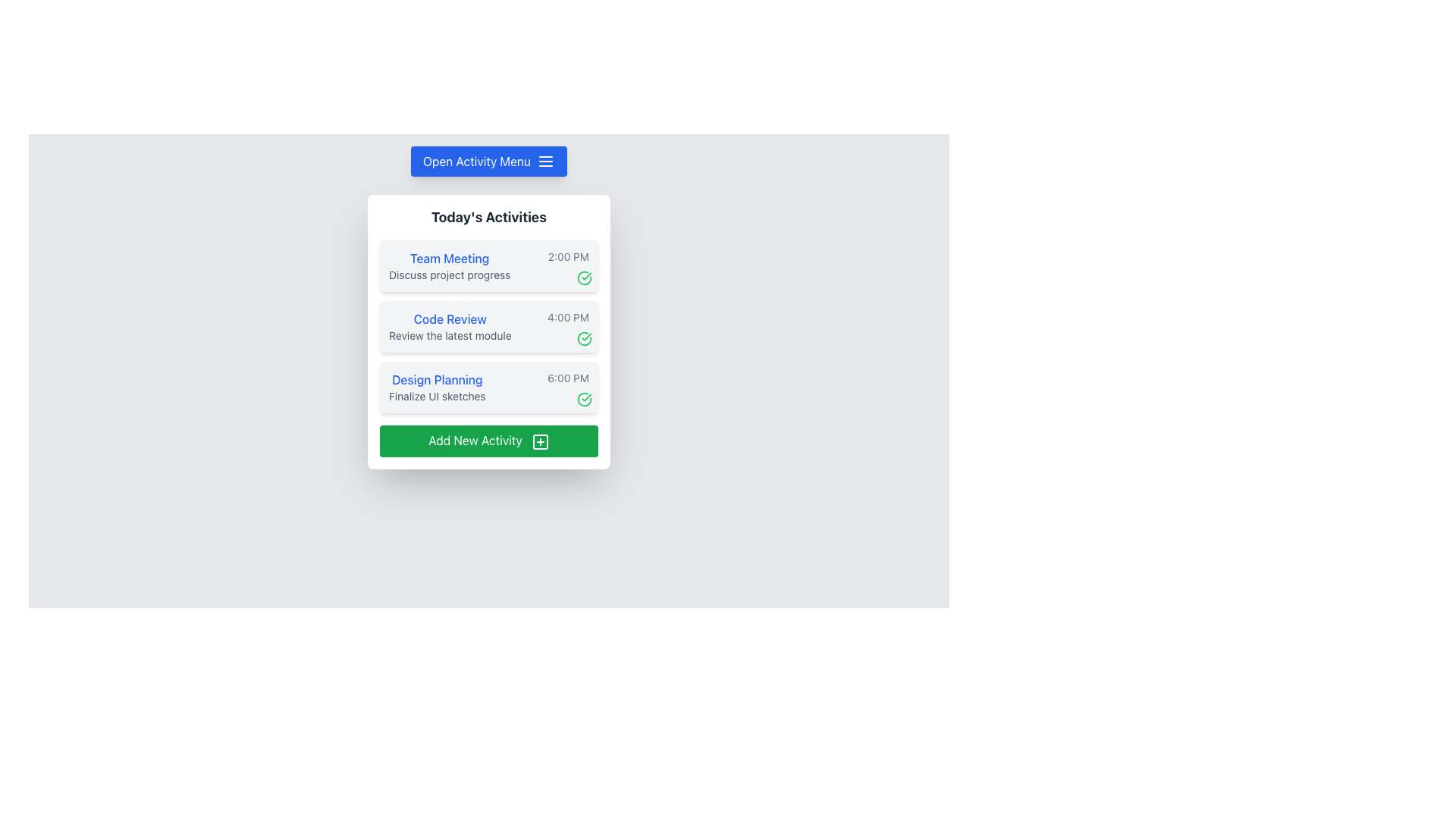 This screenshot has height=819, width=1456. I want to click on activity details from the Text Block located at the top of the 'Today's Activities' list, above the 'Code Review' item, so click(488, 265).